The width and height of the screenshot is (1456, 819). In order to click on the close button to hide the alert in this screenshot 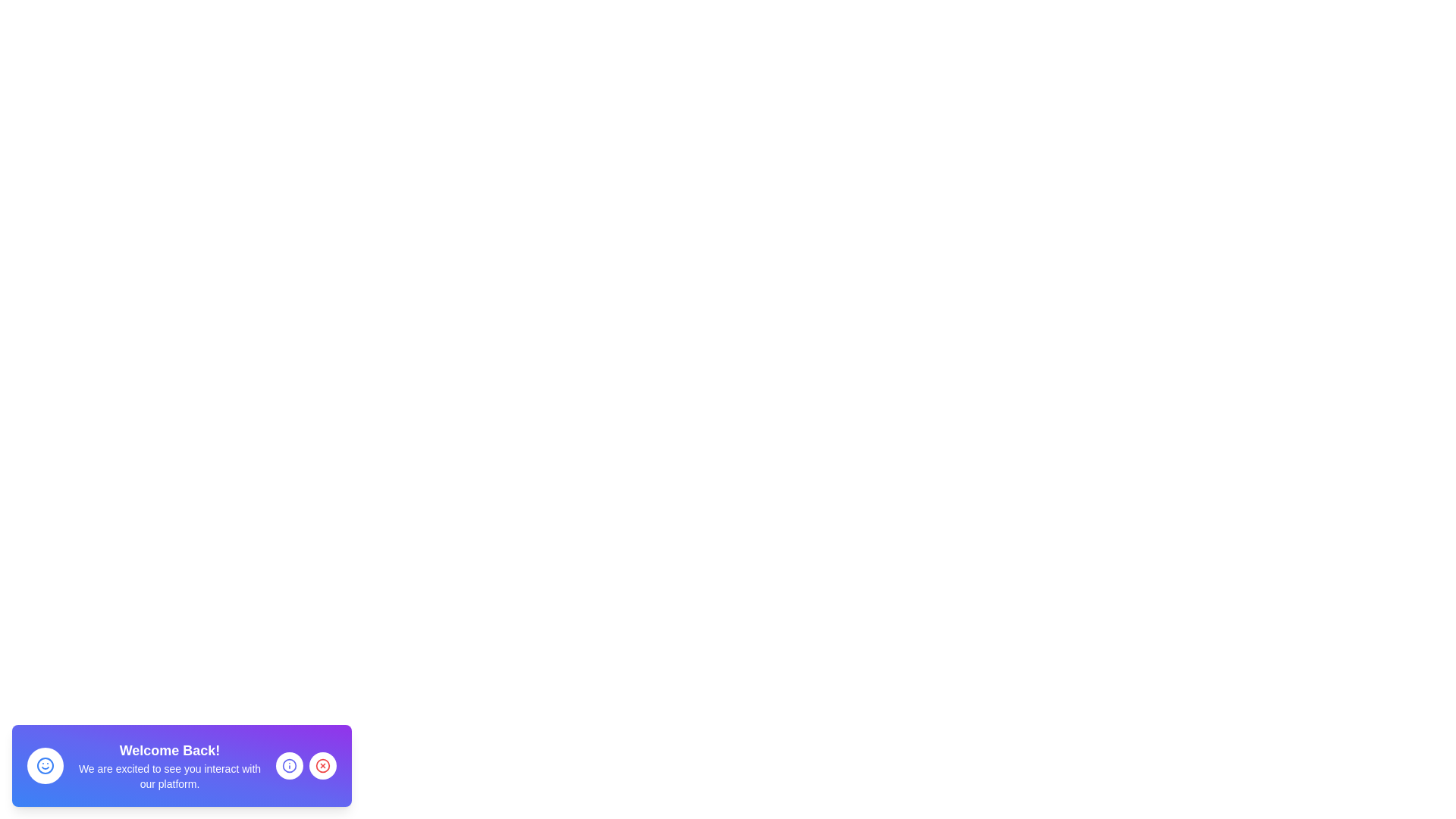, I will do `click(322, 766)`.